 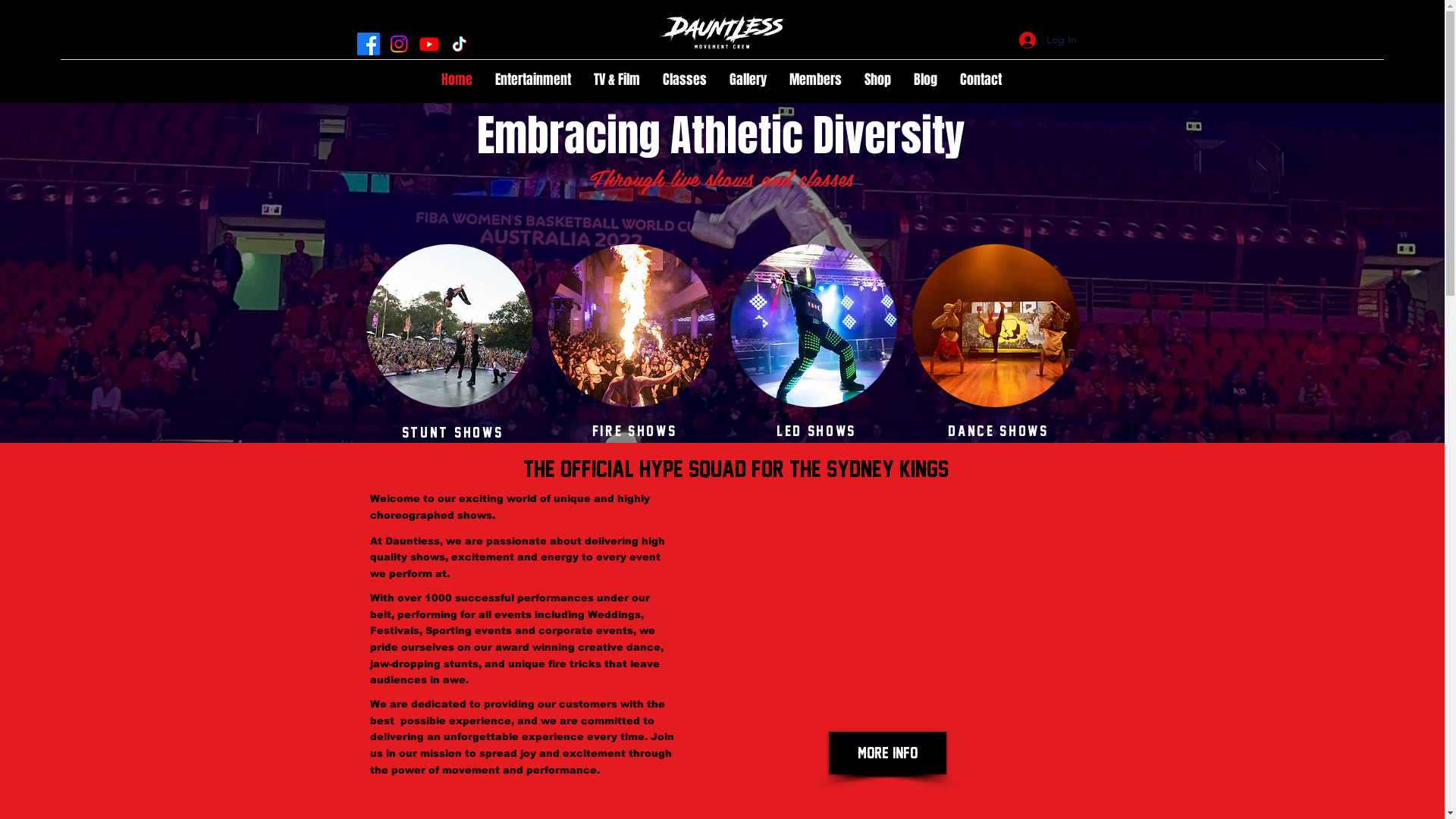 I want to click on 'Log In', so click(x=1047, y=39).